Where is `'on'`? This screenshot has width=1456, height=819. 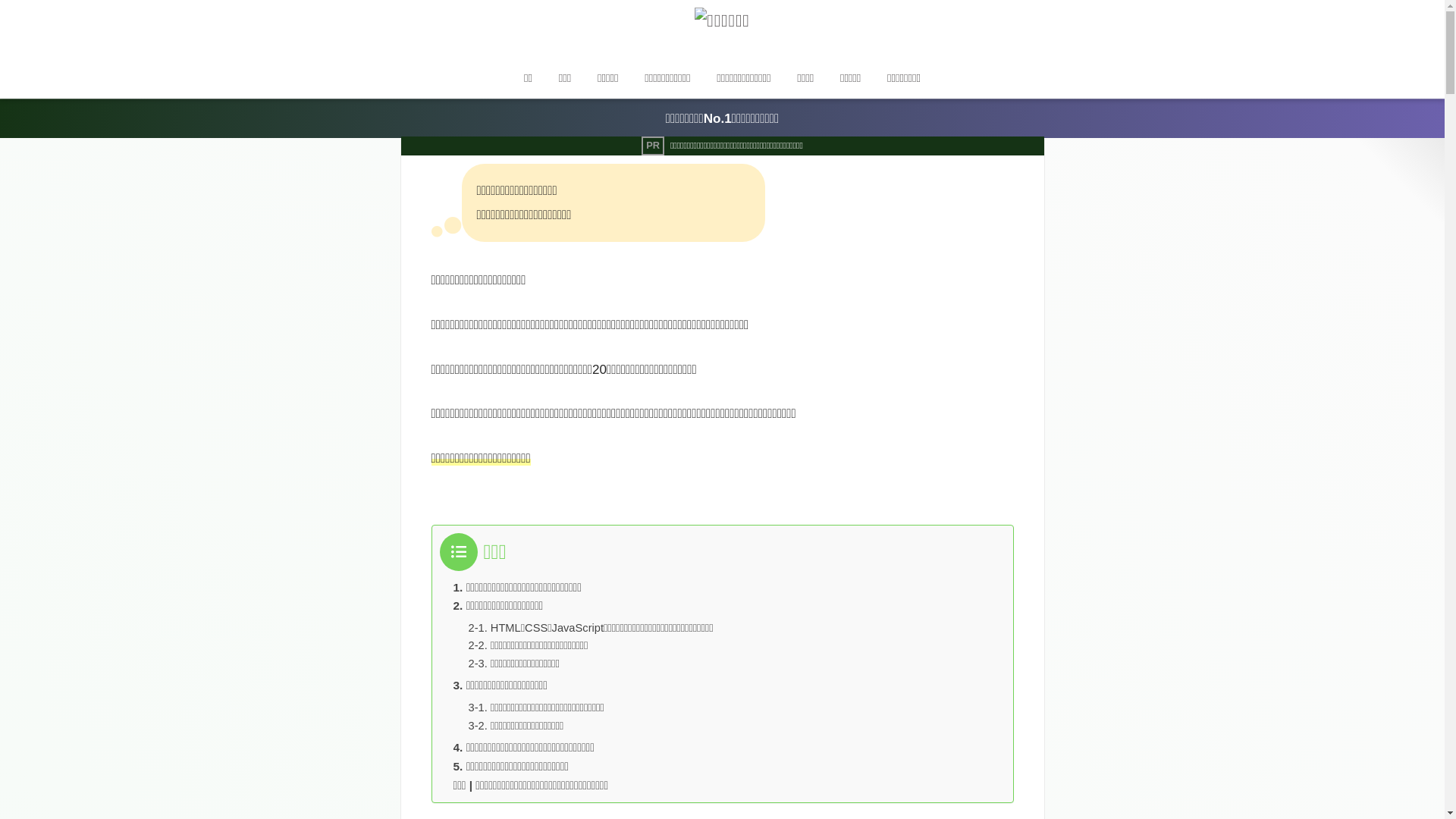 'on' is located at coordinates (5, 5).